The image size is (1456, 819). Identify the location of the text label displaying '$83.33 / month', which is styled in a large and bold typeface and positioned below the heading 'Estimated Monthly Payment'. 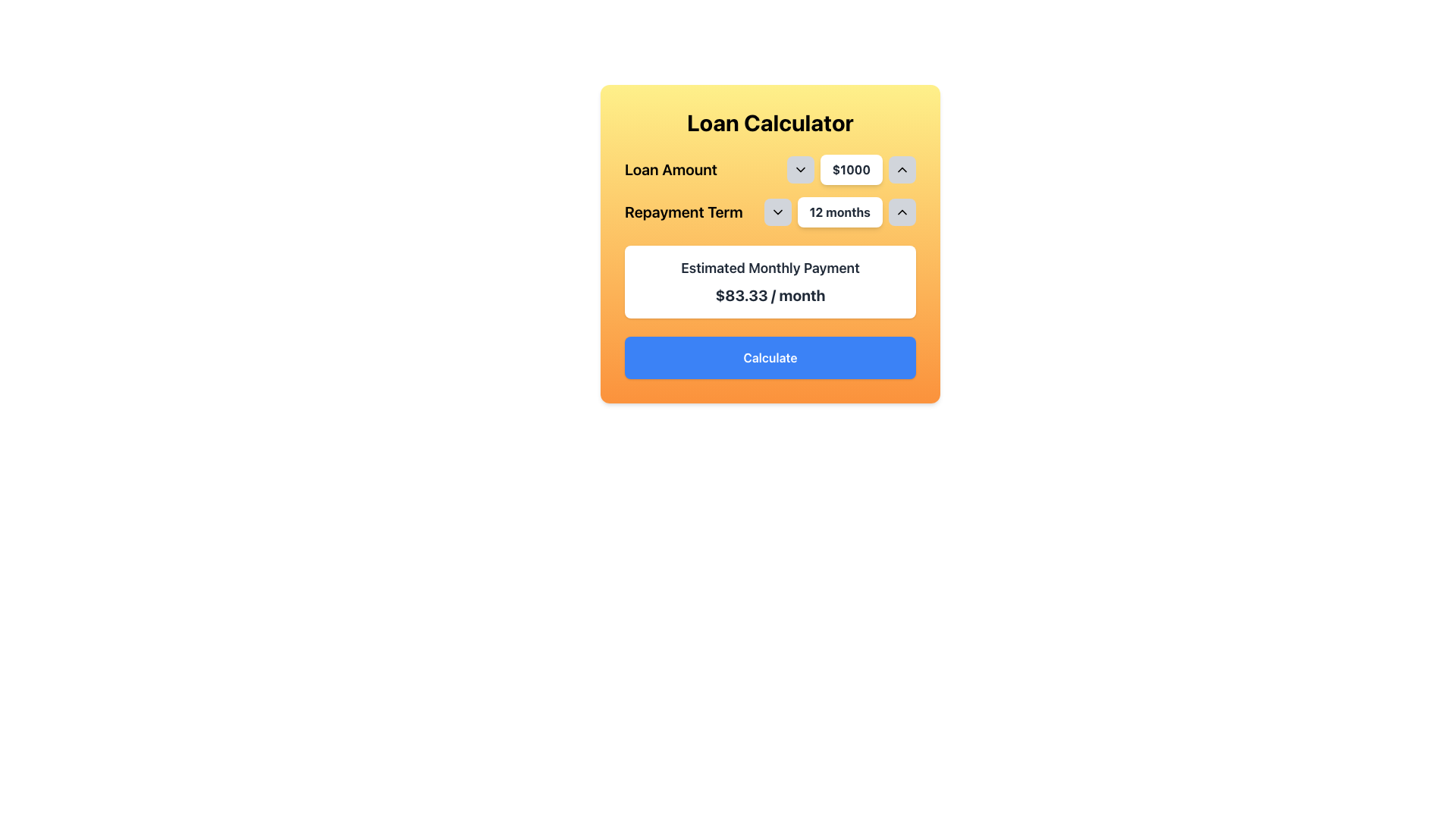
(770, 295).